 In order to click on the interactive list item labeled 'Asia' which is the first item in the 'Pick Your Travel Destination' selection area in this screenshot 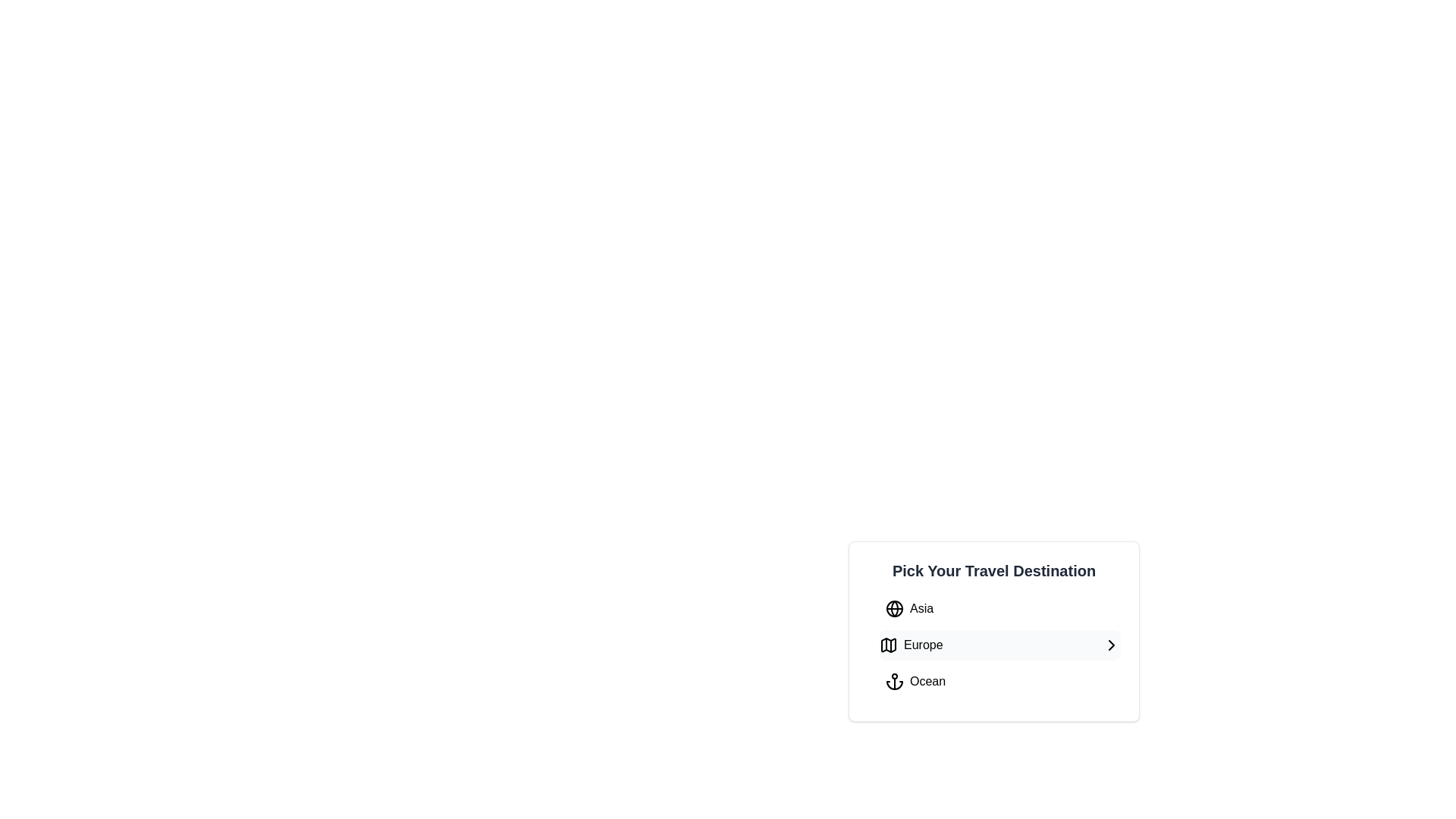, I will do `click(909, 607)`.